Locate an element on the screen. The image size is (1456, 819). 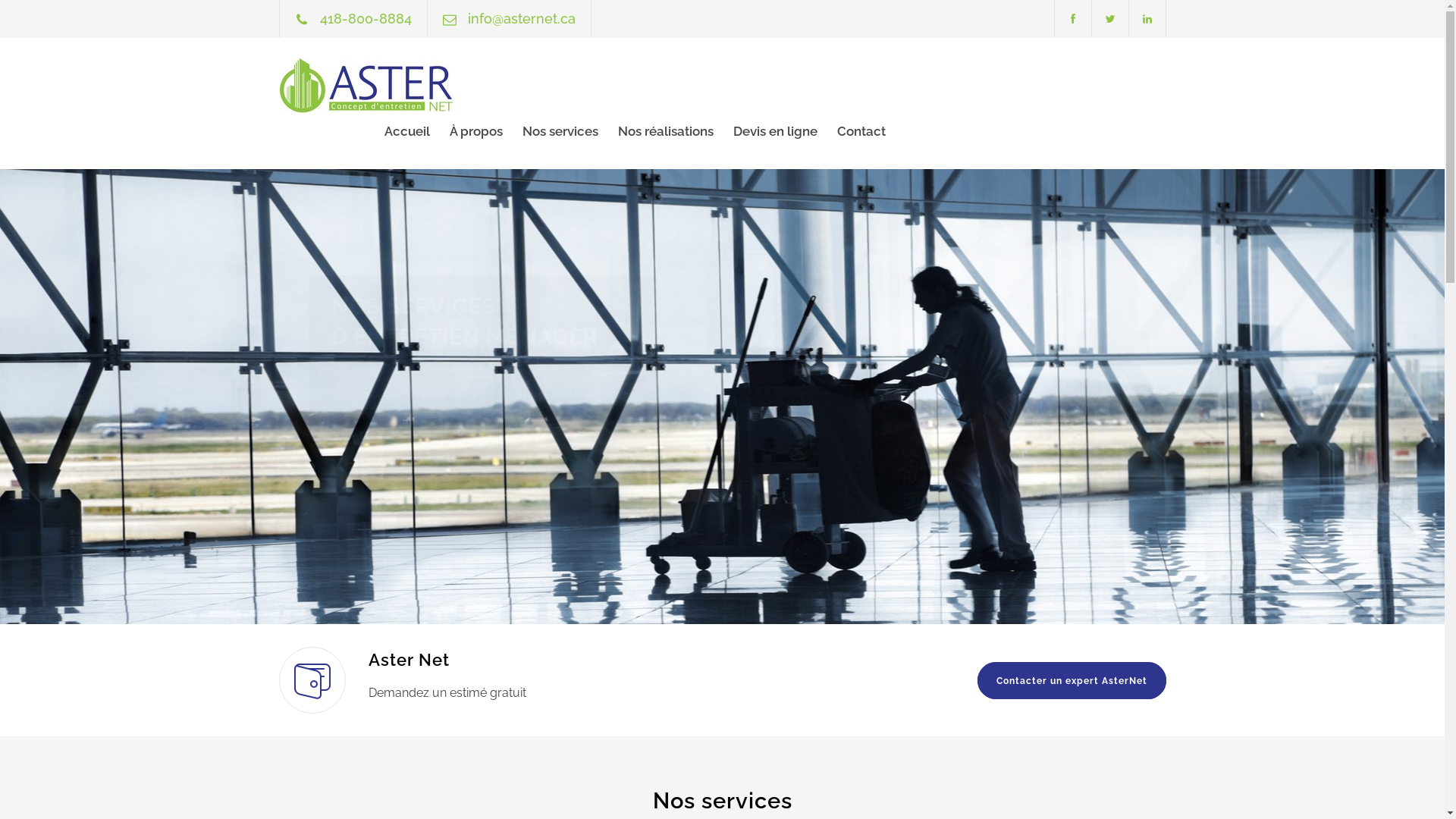
'Contact' is located at coordinates (852, 130).